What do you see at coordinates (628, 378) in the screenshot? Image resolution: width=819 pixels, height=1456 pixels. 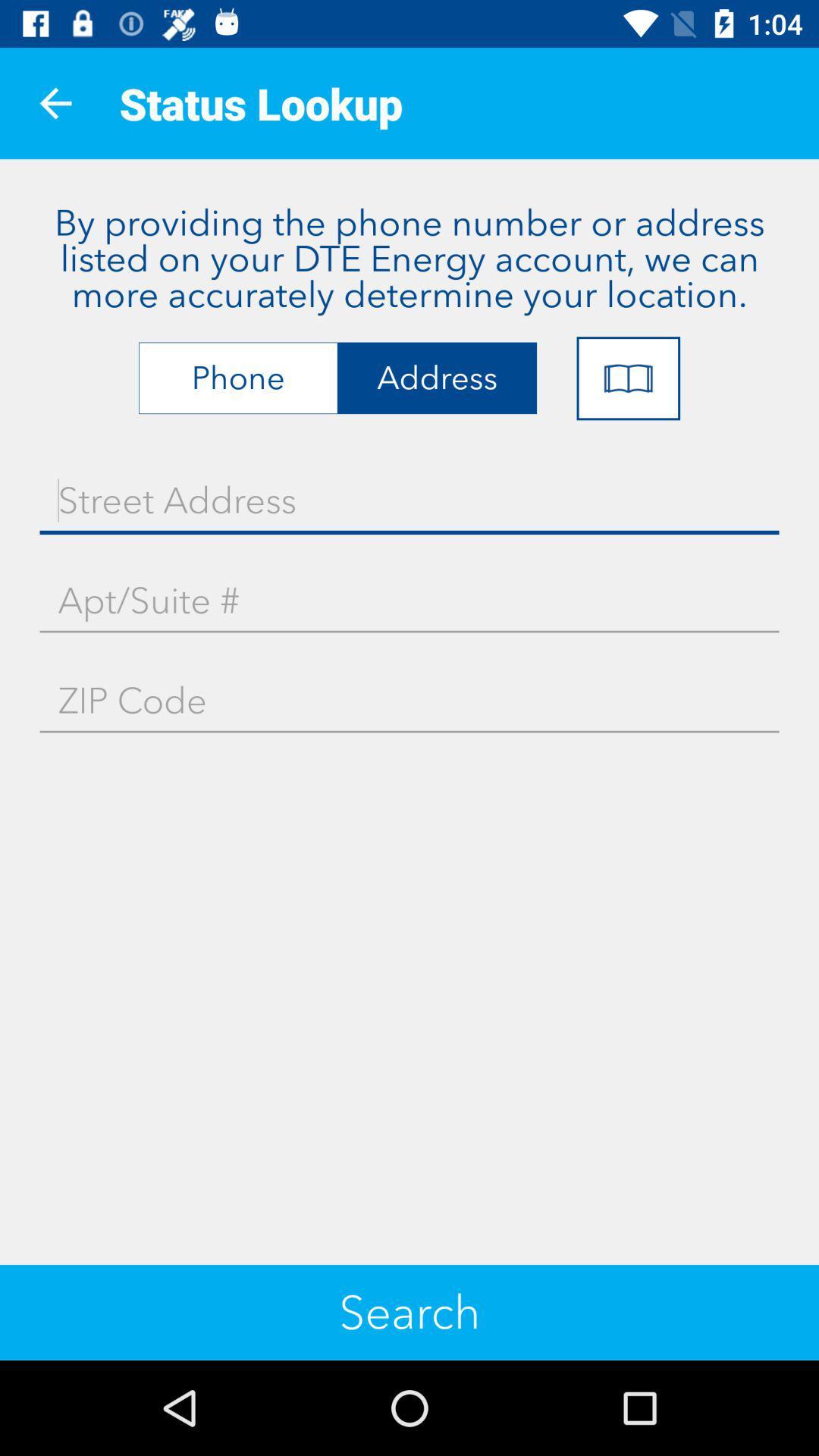 I see `the book icon` at bounding box center [628, 378].